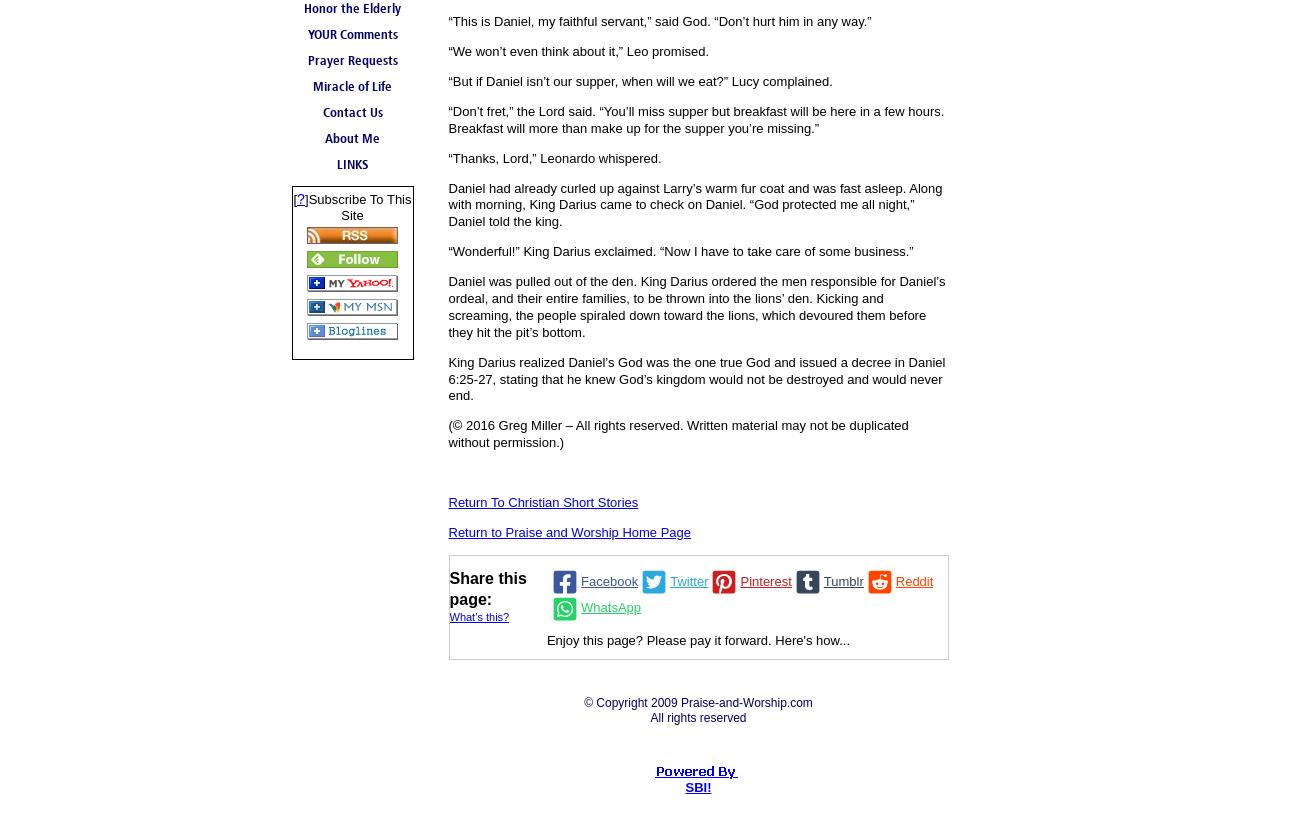 This screenshot has width=1300, height=827. What do you see at coordinates (351, 33) in the screenshot?
I see `'YOUR Comments'` at bounding box center [351, 33].